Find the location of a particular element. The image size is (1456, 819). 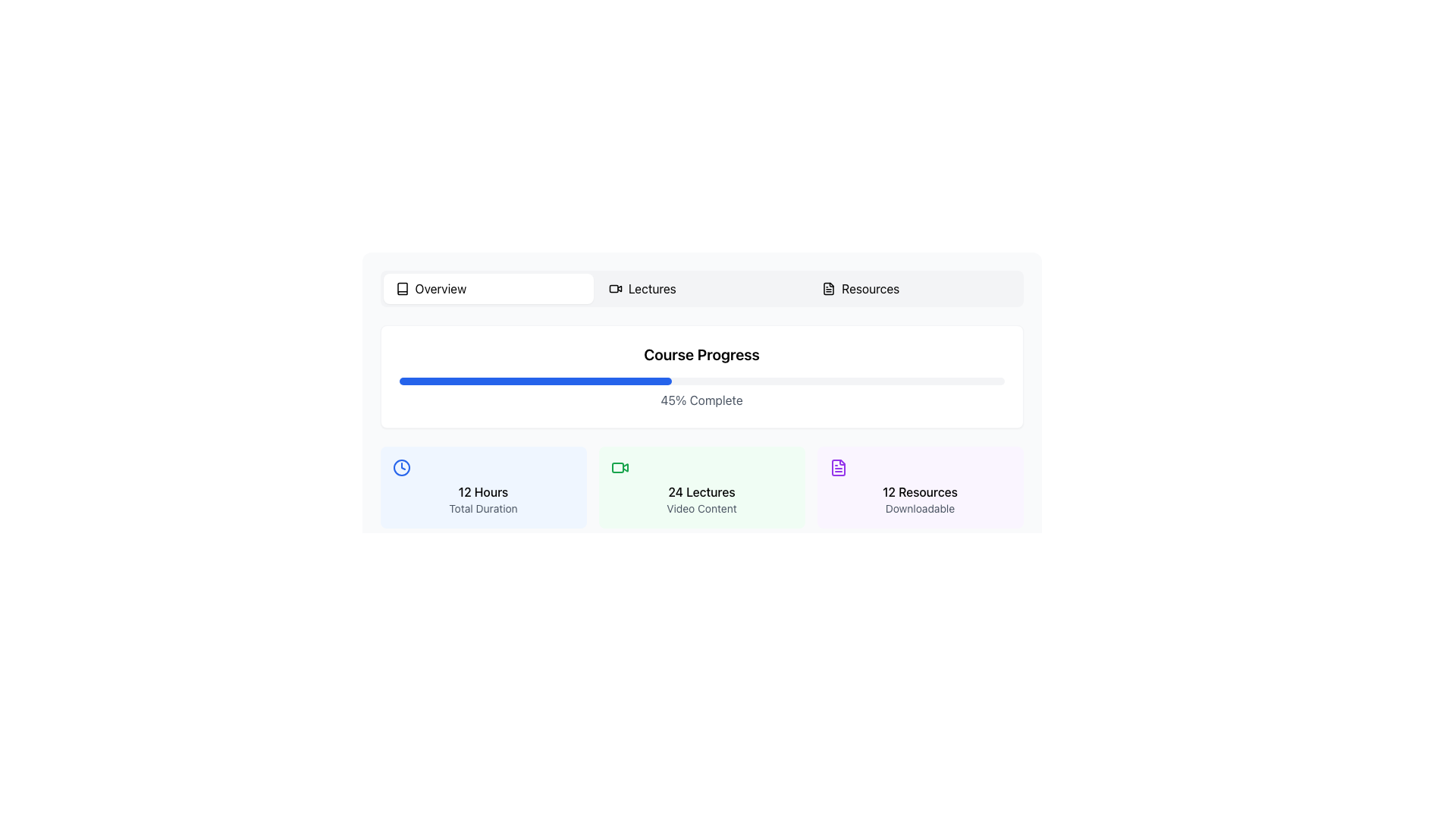

circular boundary of the SVG circle located inside the blue clock icon, positioned to the left of the '12 Hours Total Duration' text is located at coordinates (401, 467).